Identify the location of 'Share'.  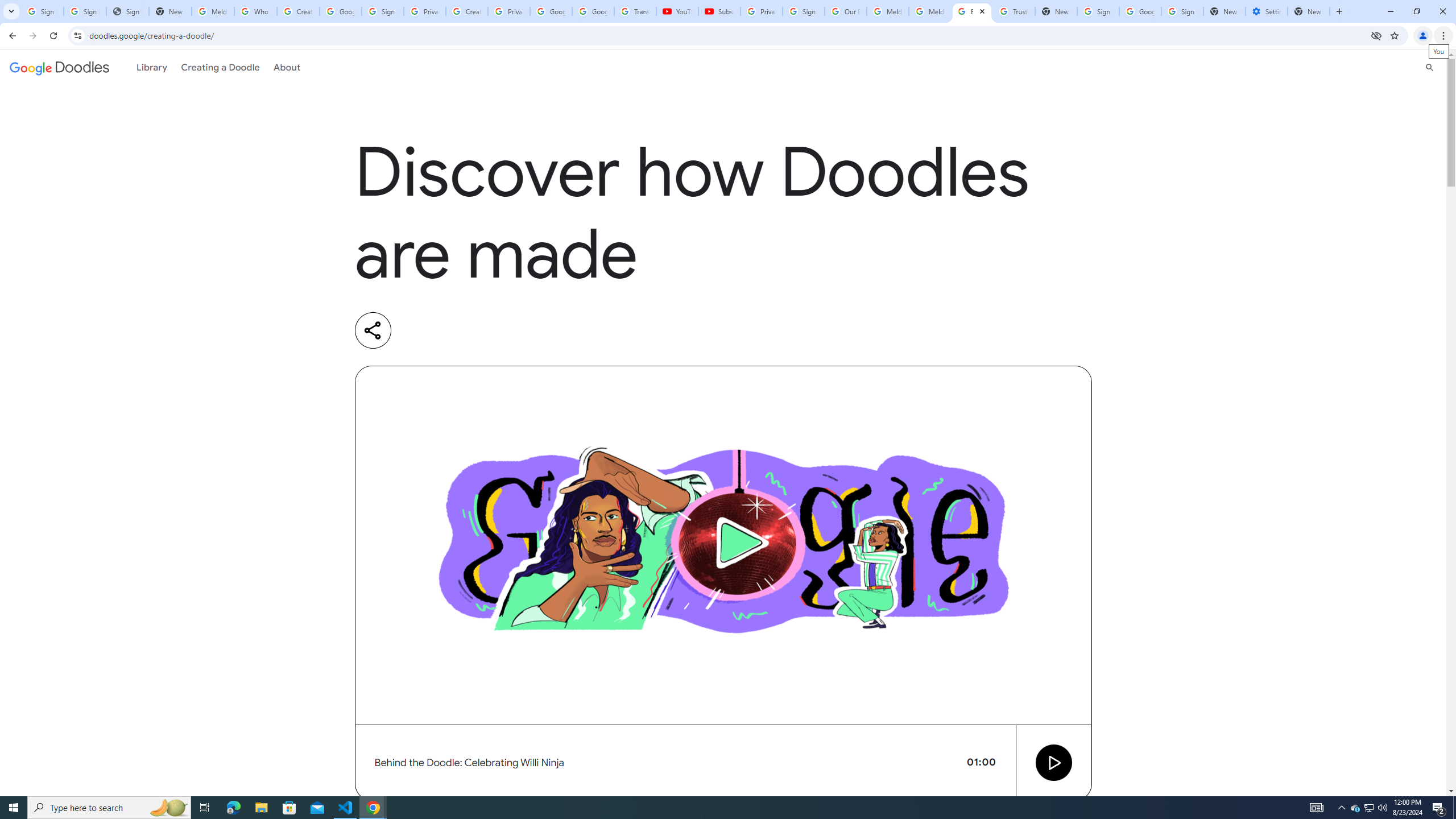
(373, 330).